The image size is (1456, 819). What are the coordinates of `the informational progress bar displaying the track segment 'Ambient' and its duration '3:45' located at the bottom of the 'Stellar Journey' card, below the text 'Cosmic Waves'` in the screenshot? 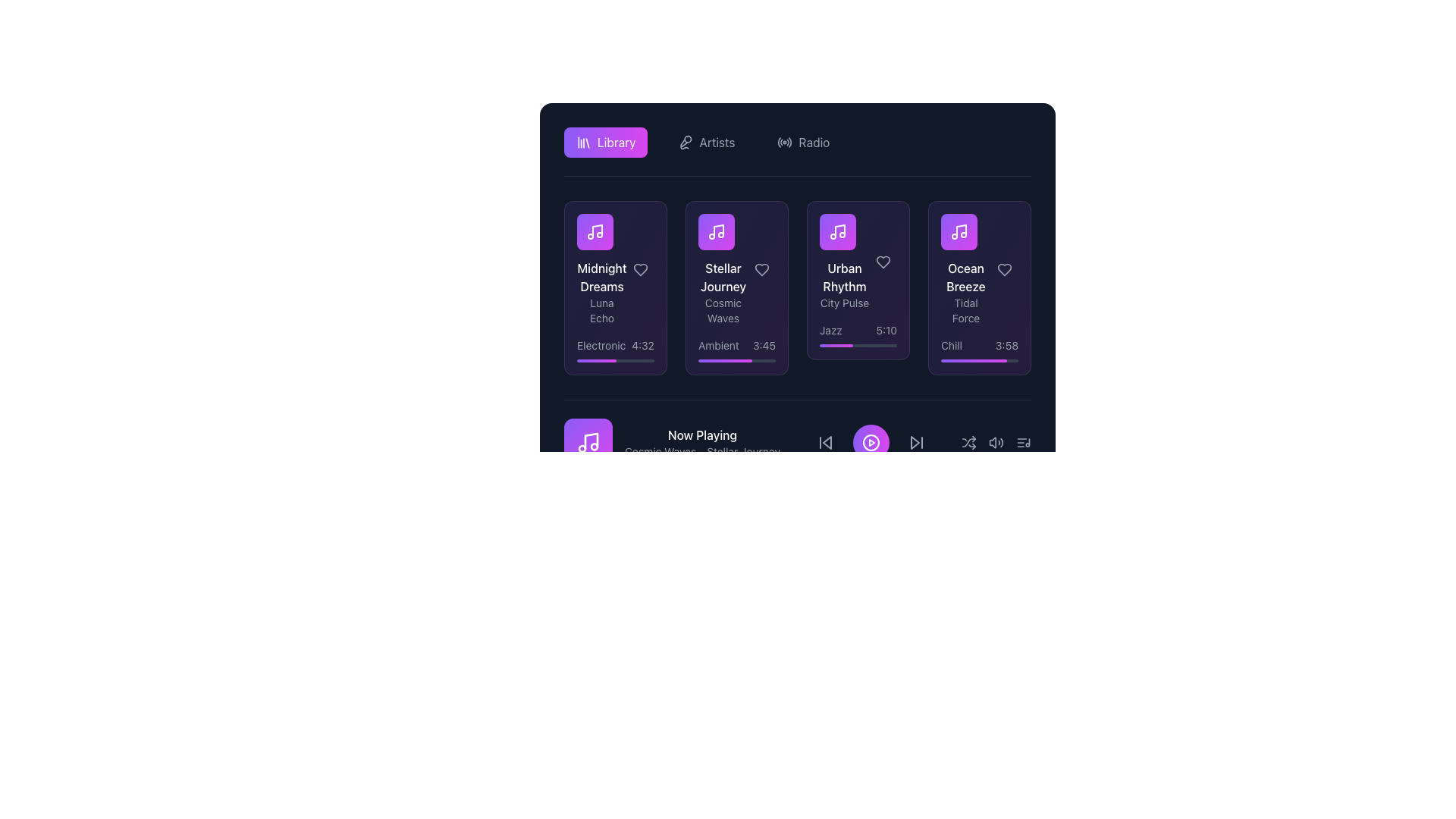 It's located at (736, 350).